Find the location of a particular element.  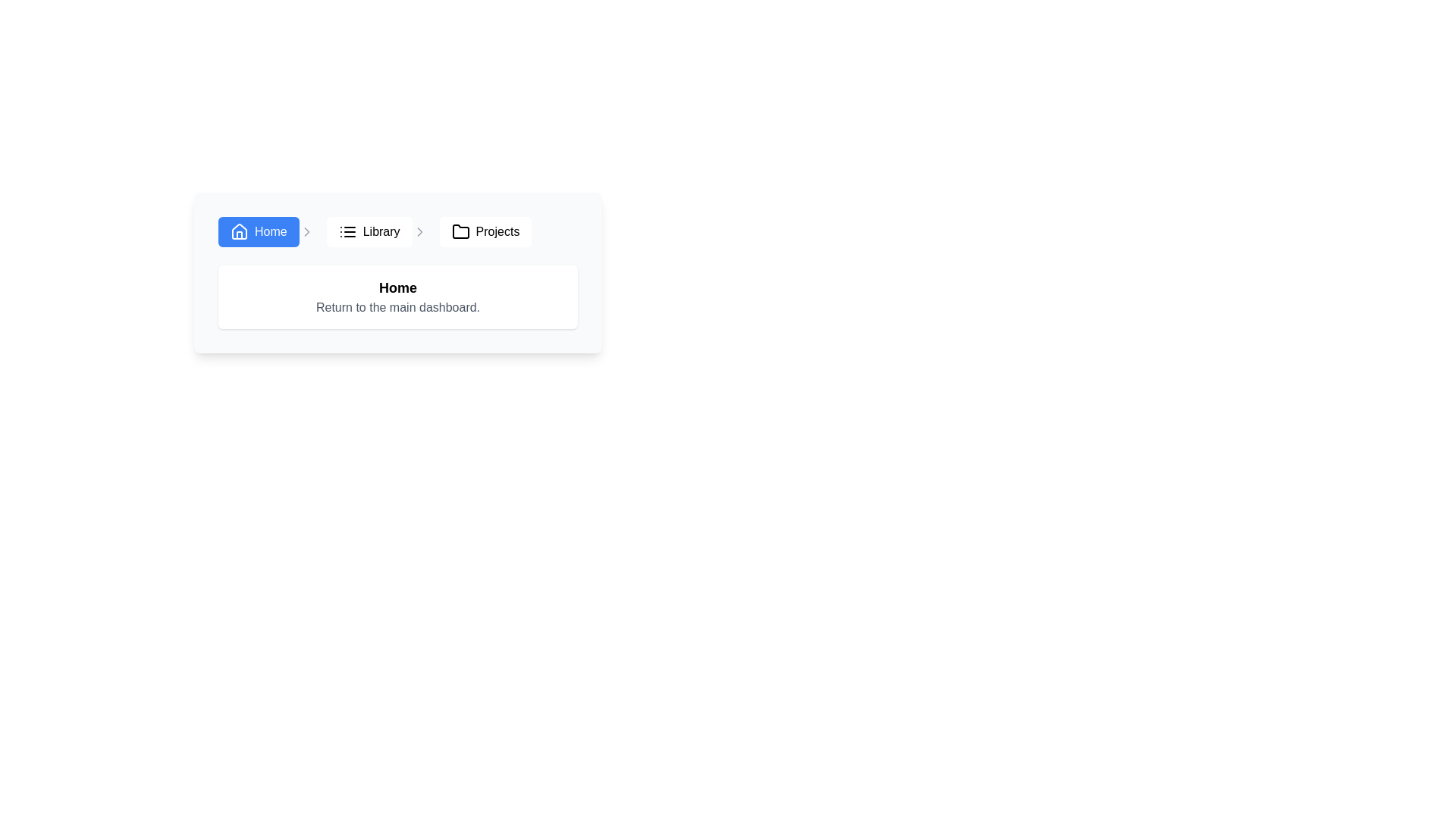

the text label that is part of the navigation button located at the top-left section of the layout is located at coordinates (271, 231).